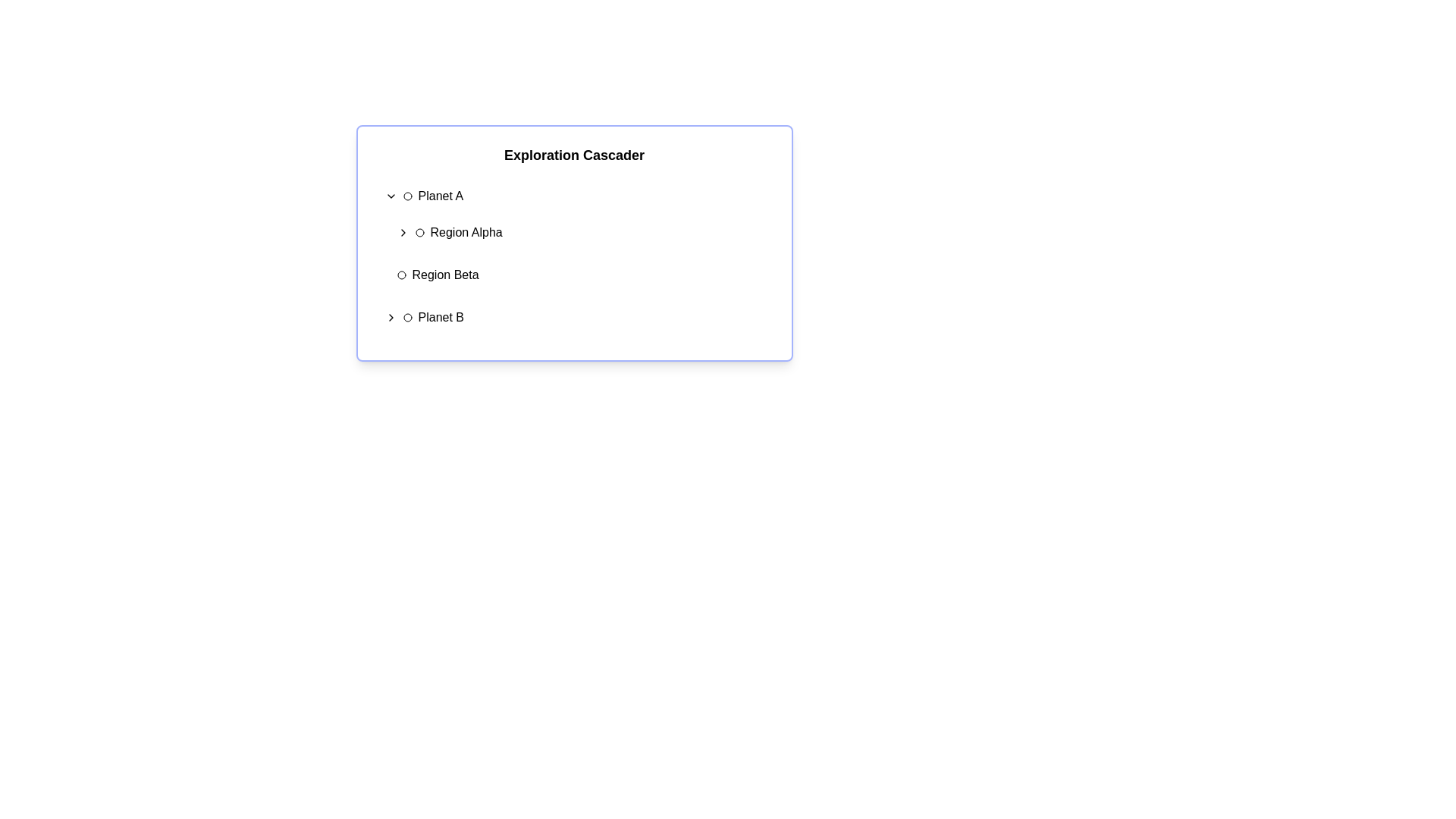  I want to click on the visual indicator icon for the 'Region Beta' list entry, which is positioned at the start of the label text, so click(401, 275).